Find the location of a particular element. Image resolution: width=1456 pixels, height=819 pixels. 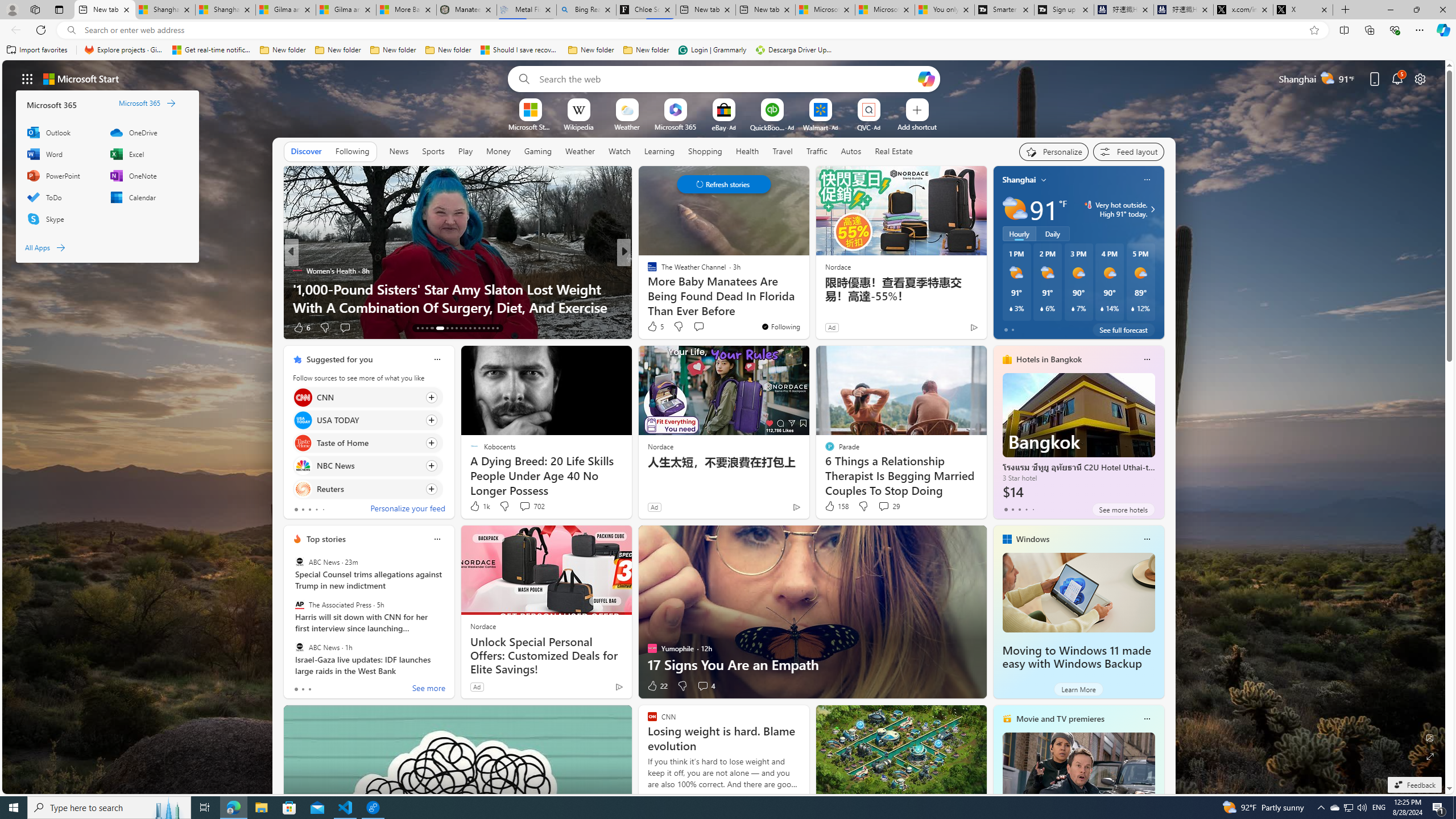

'146 Like' is located at coordinates (655, 327).